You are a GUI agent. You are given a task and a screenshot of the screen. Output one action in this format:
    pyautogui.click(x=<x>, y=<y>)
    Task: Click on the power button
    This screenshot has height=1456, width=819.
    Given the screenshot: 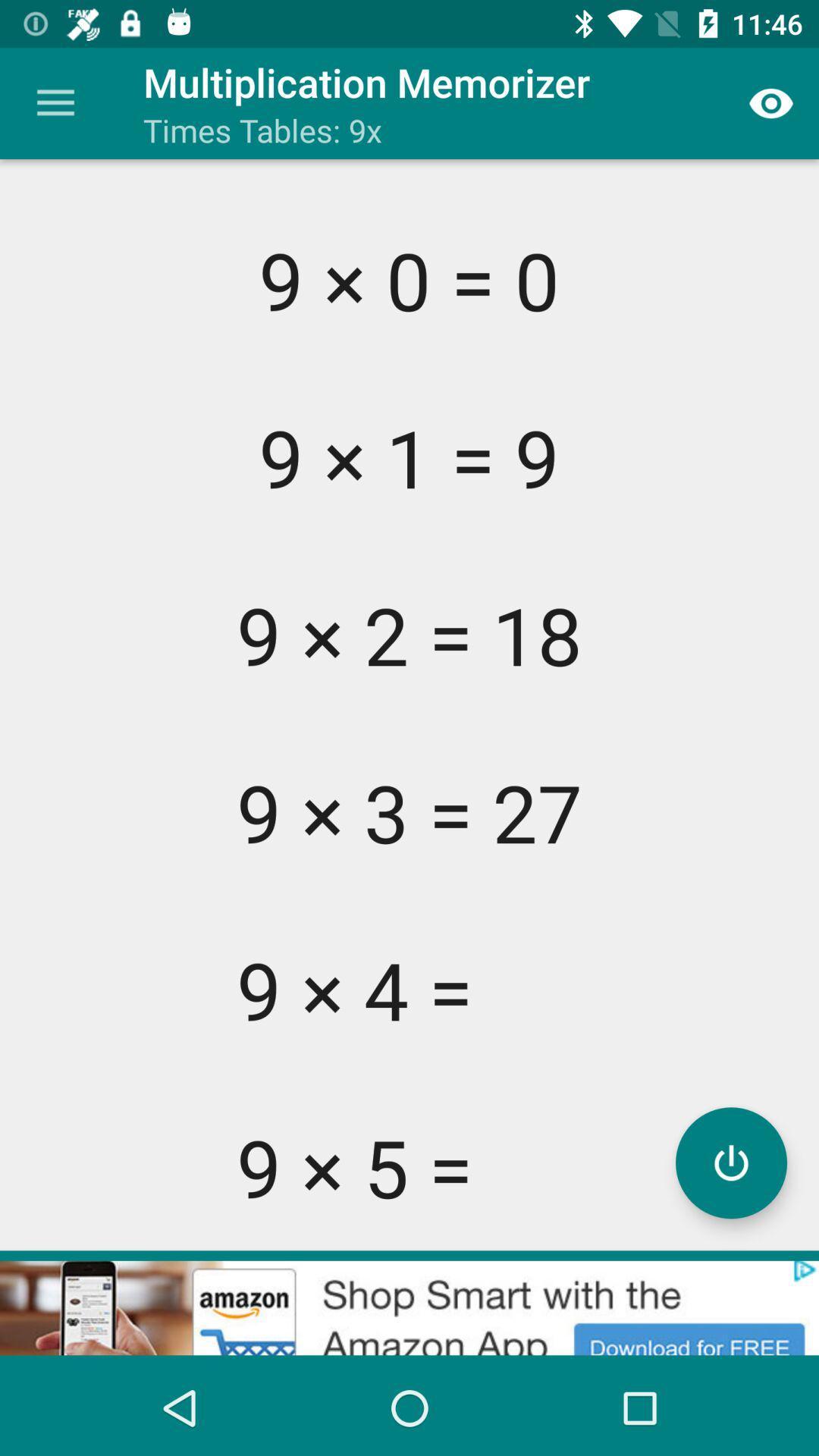 What is the action you would take?
    pyautogui.click(x=730, y=1162)
    